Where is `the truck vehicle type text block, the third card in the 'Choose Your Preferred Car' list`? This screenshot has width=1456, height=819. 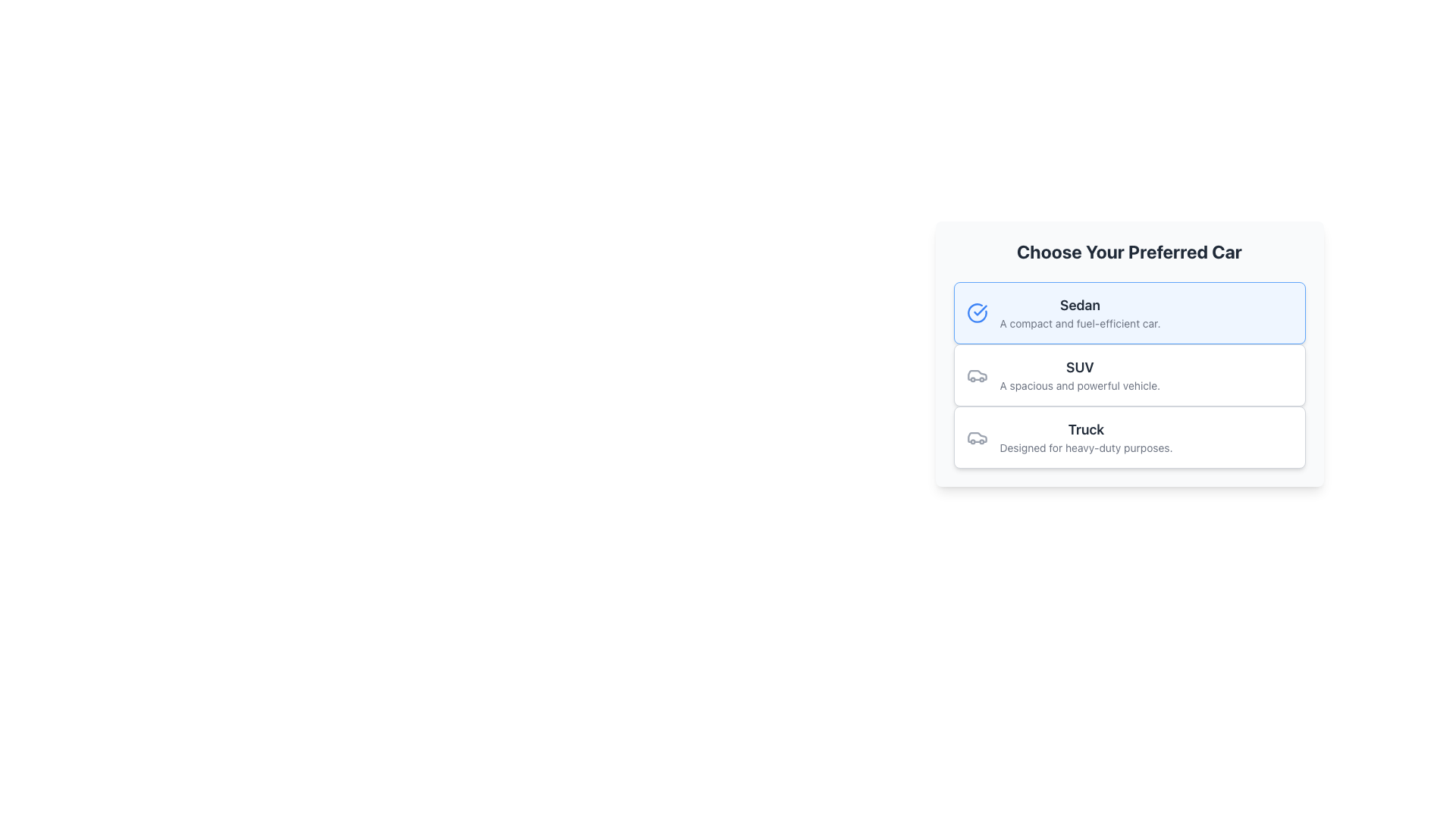
the truck vehicle type text block, the third card in the 'Choose Your Preferred Car' list is located at coordinates (1085, 438).